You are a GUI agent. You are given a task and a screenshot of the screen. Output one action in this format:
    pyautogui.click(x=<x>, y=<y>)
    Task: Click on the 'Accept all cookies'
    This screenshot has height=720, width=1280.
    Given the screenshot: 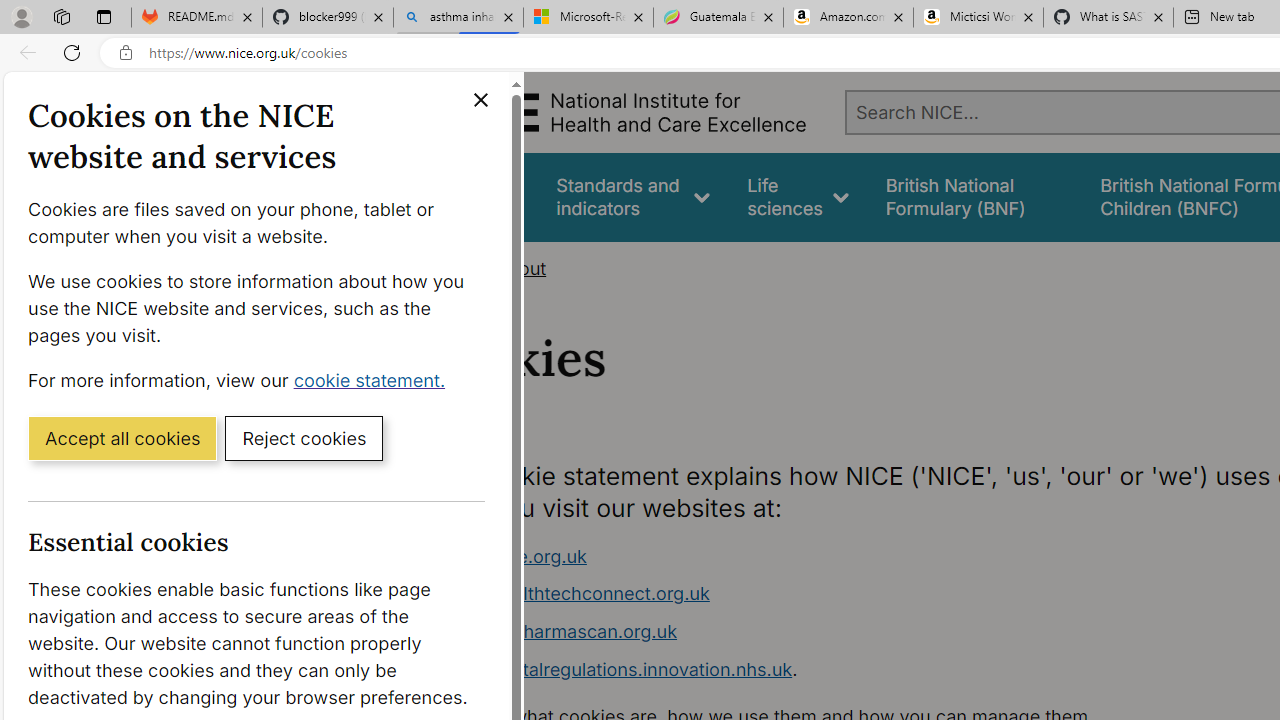 What is the action you would take?
    pyautogui.click(x=121, y=436)
    